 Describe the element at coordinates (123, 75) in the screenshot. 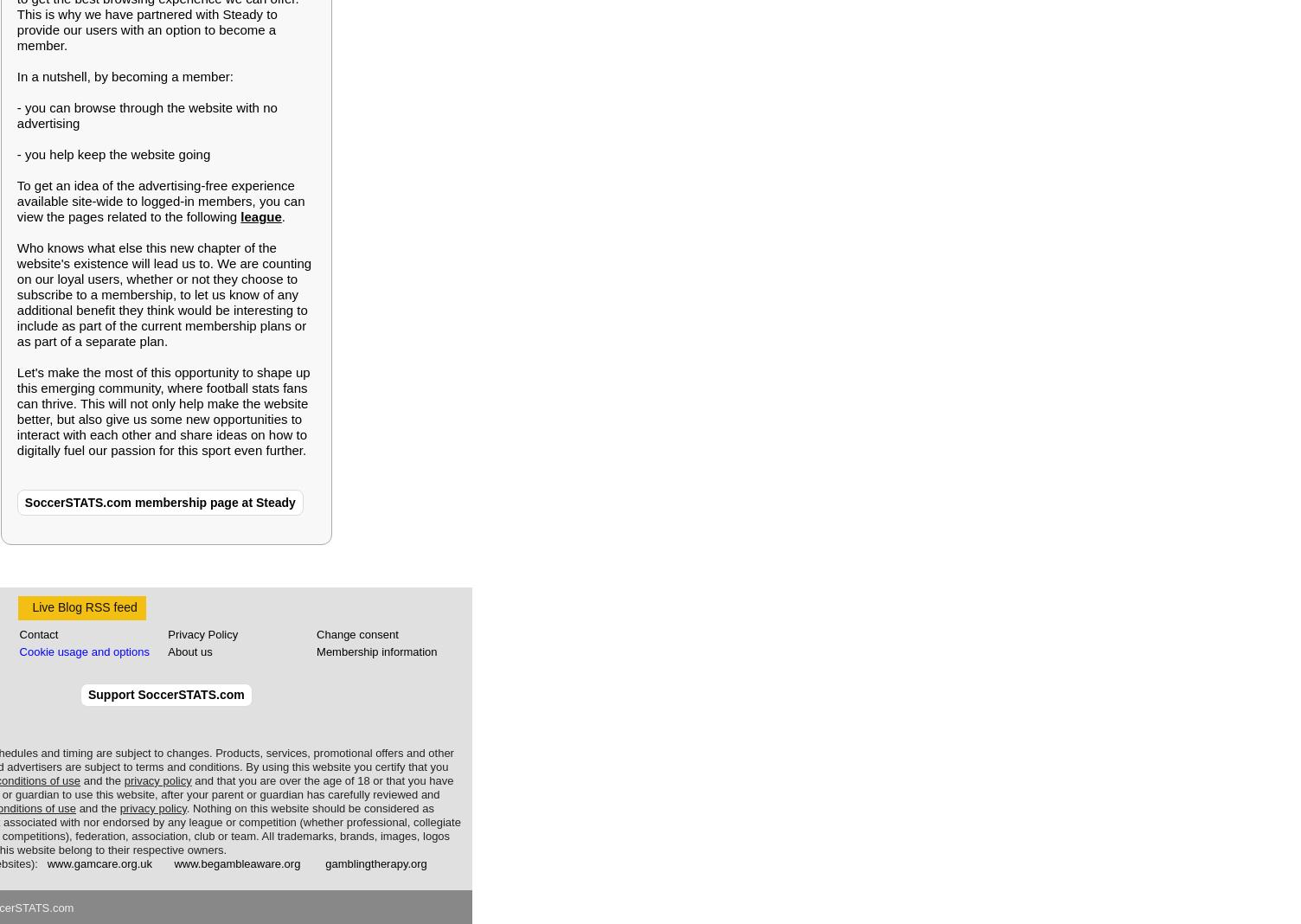

I see `'In a nutshell, by becoming a member:'` at that location.